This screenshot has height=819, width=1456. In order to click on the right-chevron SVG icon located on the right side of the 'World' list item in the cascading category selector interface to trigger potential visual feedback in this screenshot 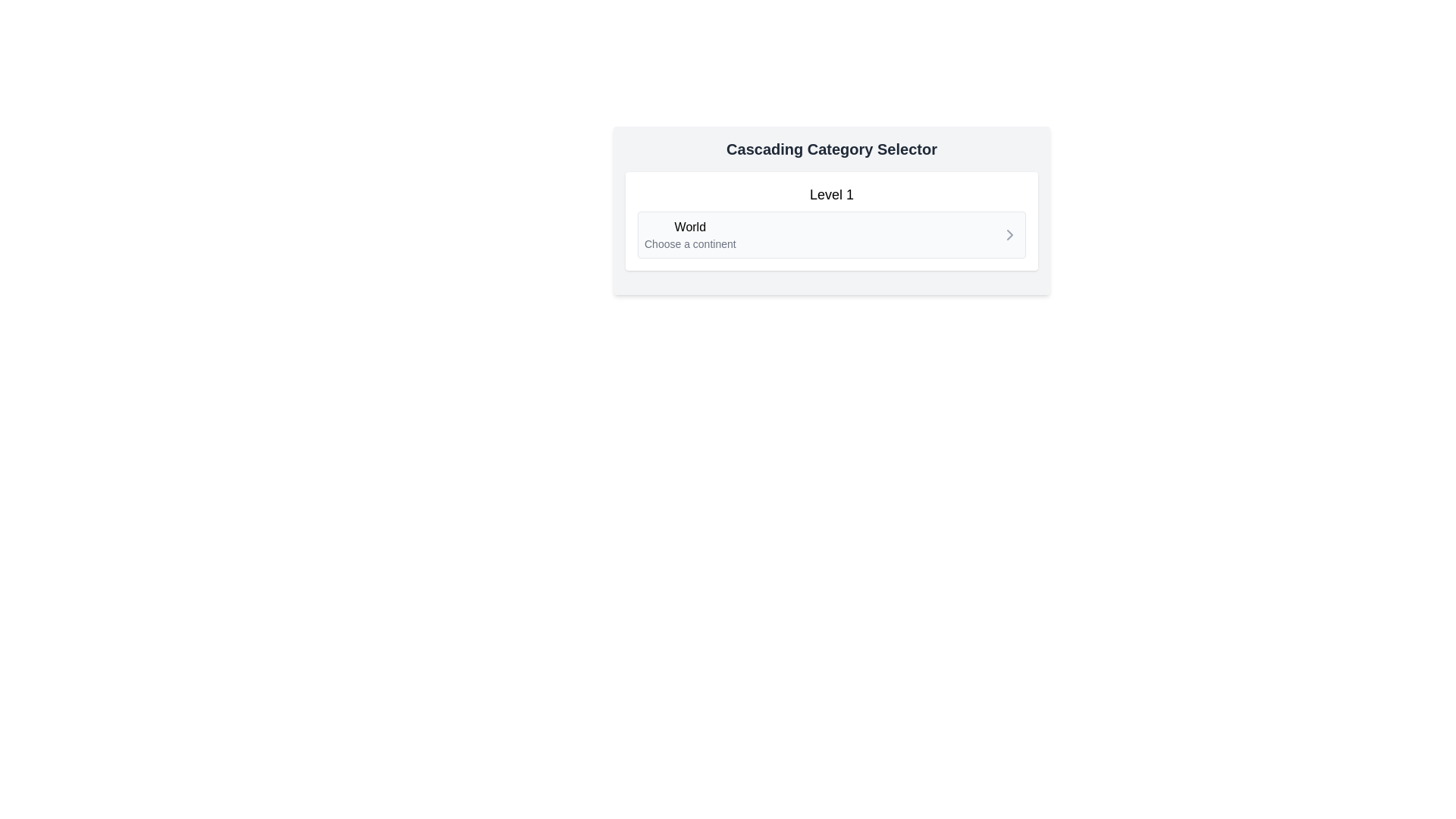, I will do `click(1009, 234)`.